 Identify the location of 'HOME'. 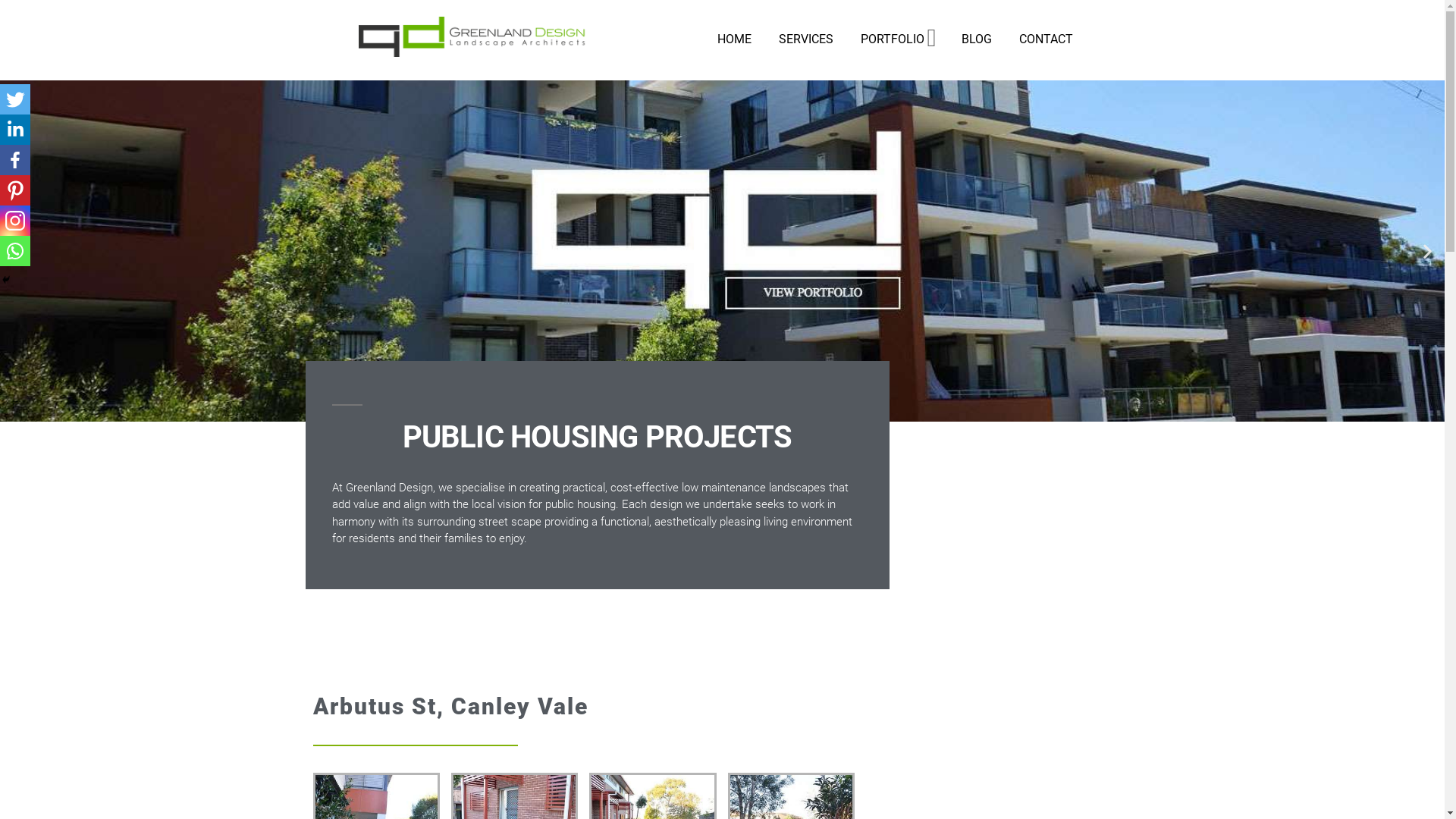
(734, 39).